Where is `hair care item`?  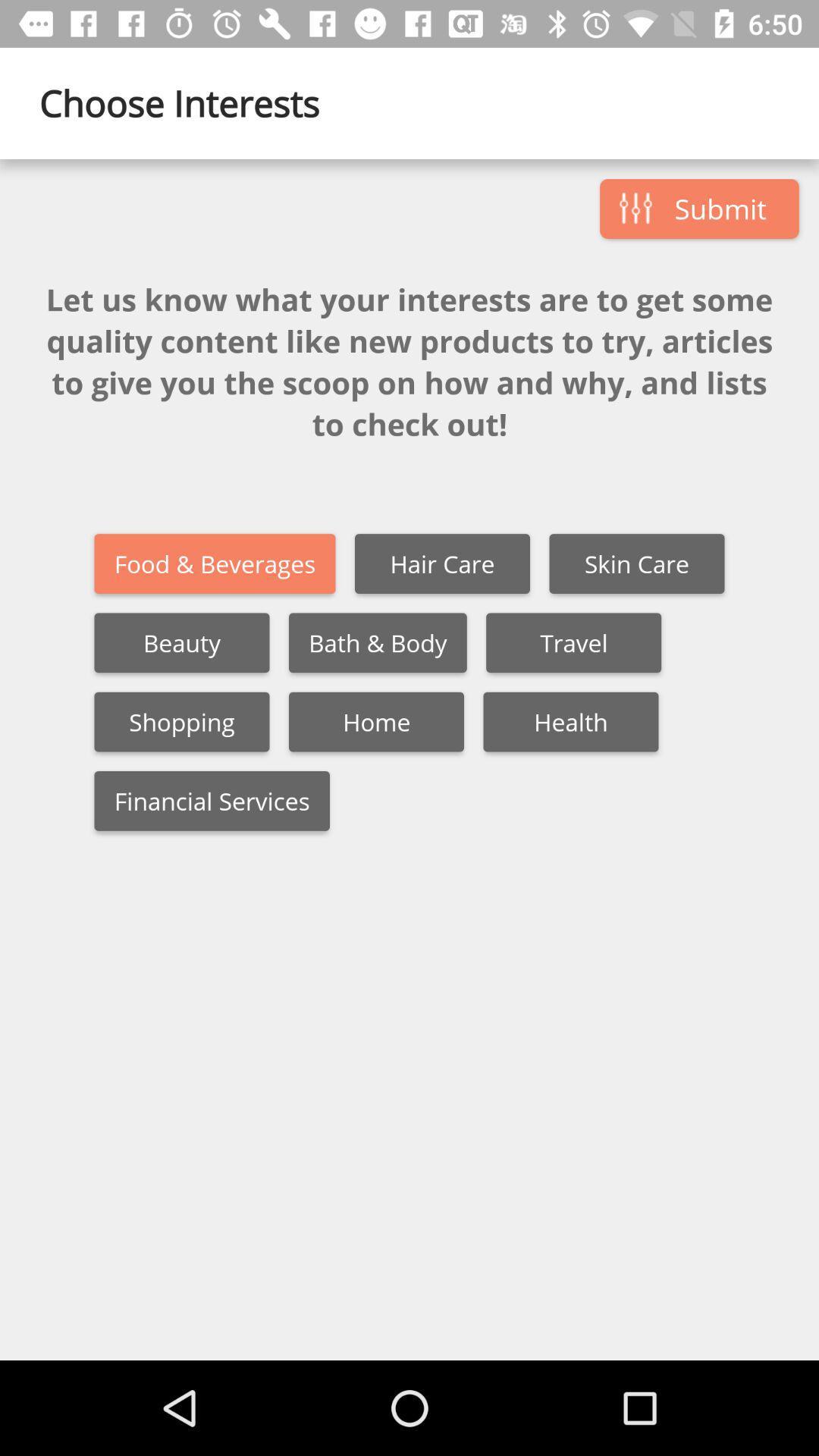 hair care item is located at coordinates (442, 563).